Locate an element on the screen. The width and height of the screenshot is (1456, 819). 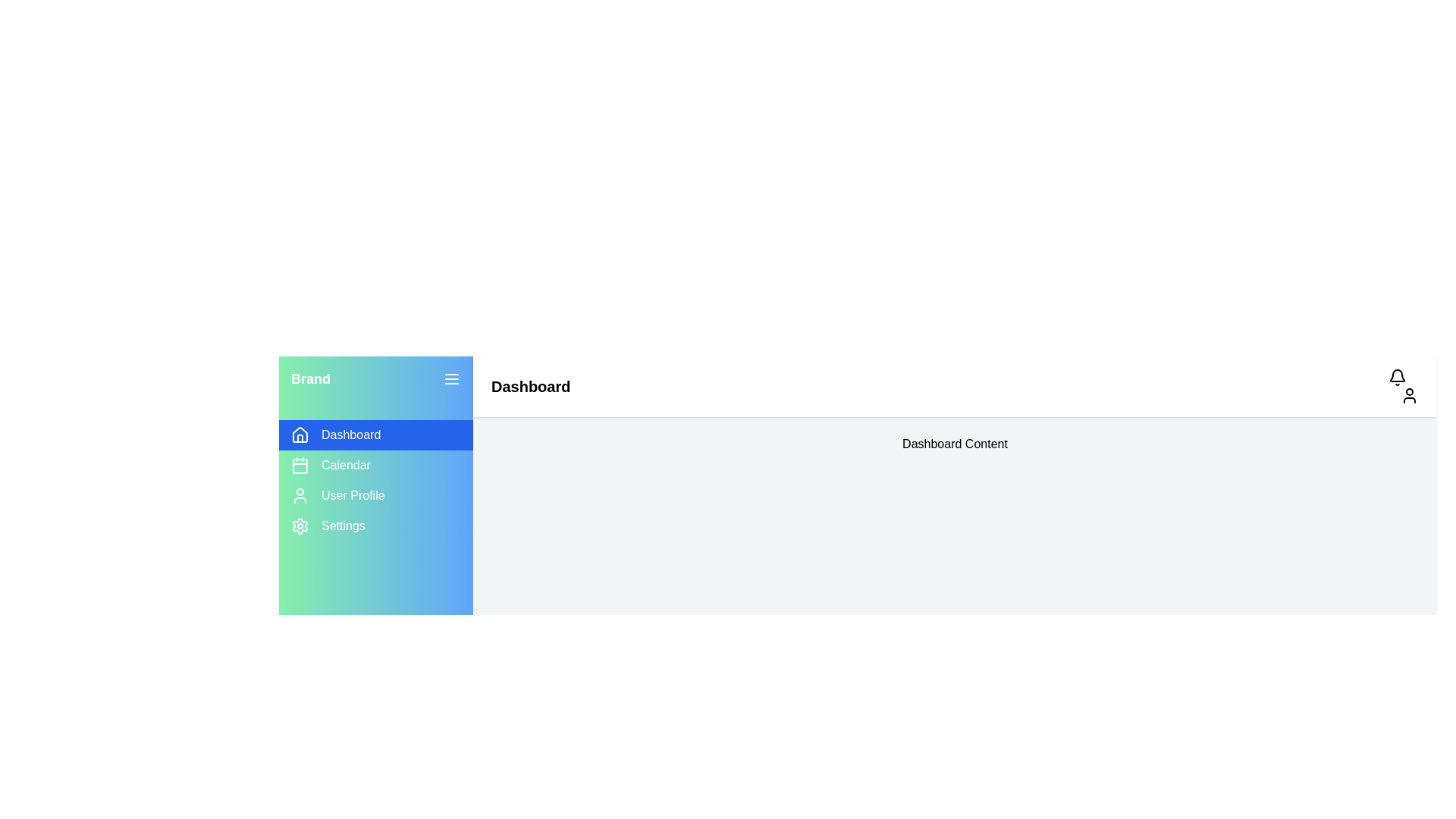
the 'Dashboard' icon in the left sidebar, which visually represents the active page of the application is located at coordinates (300, 435).